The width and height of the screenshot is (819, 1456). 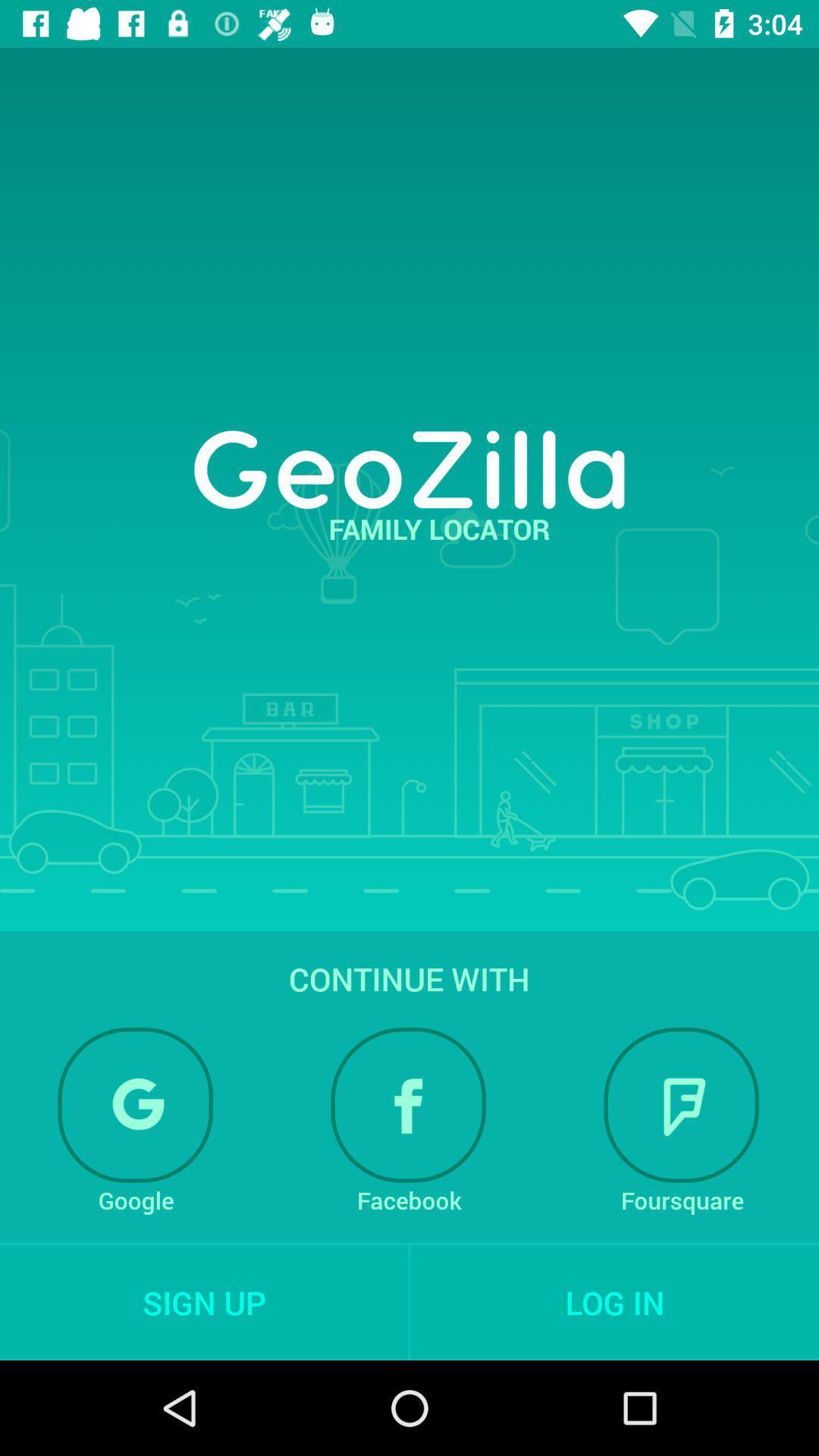 What do you see at coordinates (203, 1301) in the screenshot?
I see `sign up icon` at bounding box center [203, 1301].